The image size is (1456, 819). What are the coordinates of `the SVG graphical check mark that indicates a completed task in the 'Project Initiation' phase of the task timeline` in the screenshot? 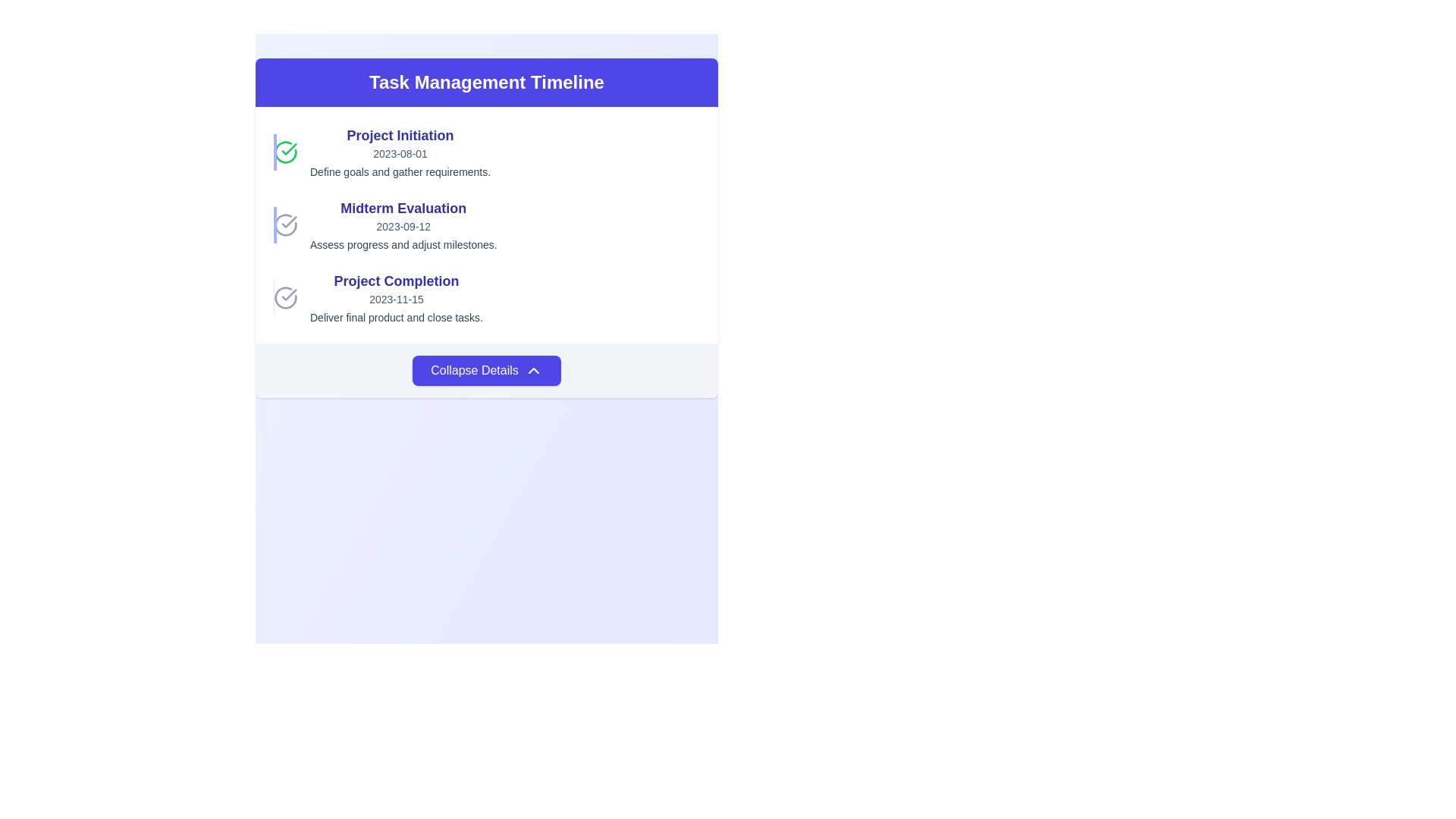 It's located at (289, 222).